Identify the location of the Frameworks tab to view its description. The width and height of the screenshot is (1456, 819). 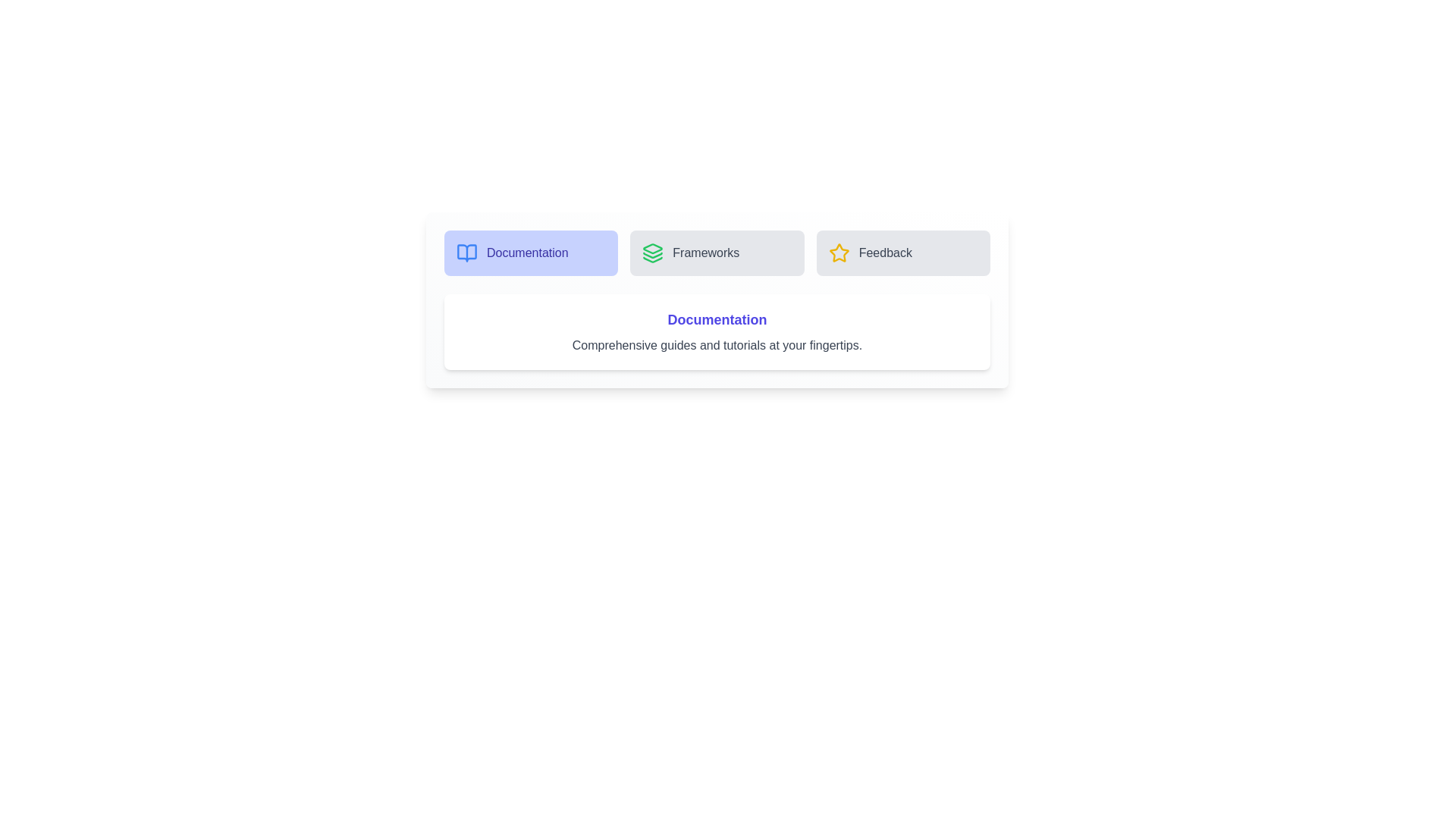
(716, 253).